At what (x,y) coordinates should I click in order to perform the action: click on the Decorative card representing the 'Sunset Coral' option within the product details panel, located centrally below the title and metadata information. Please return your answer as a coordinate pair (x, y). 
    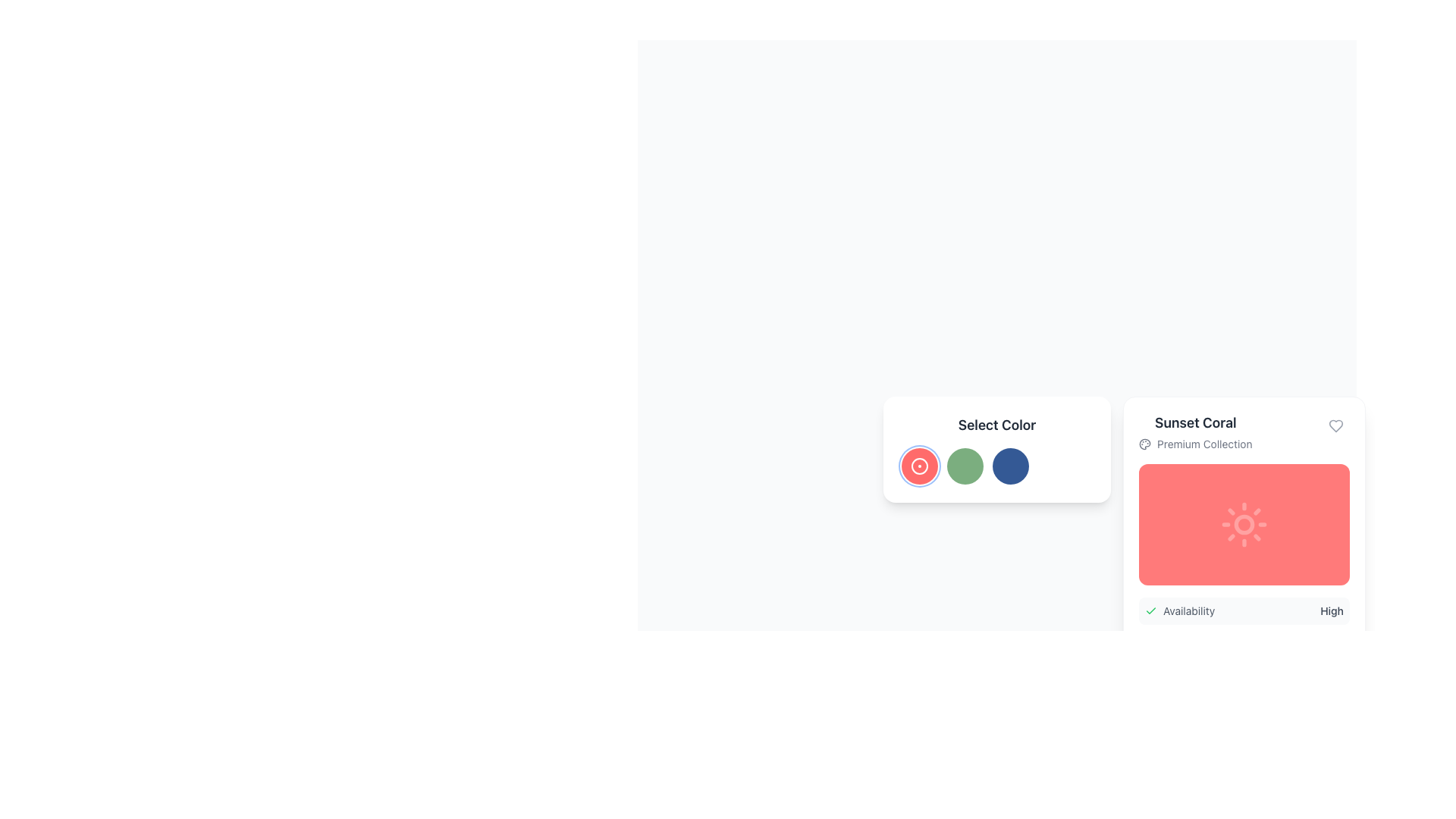
    Looking at the image, I should click on (1244, 523).